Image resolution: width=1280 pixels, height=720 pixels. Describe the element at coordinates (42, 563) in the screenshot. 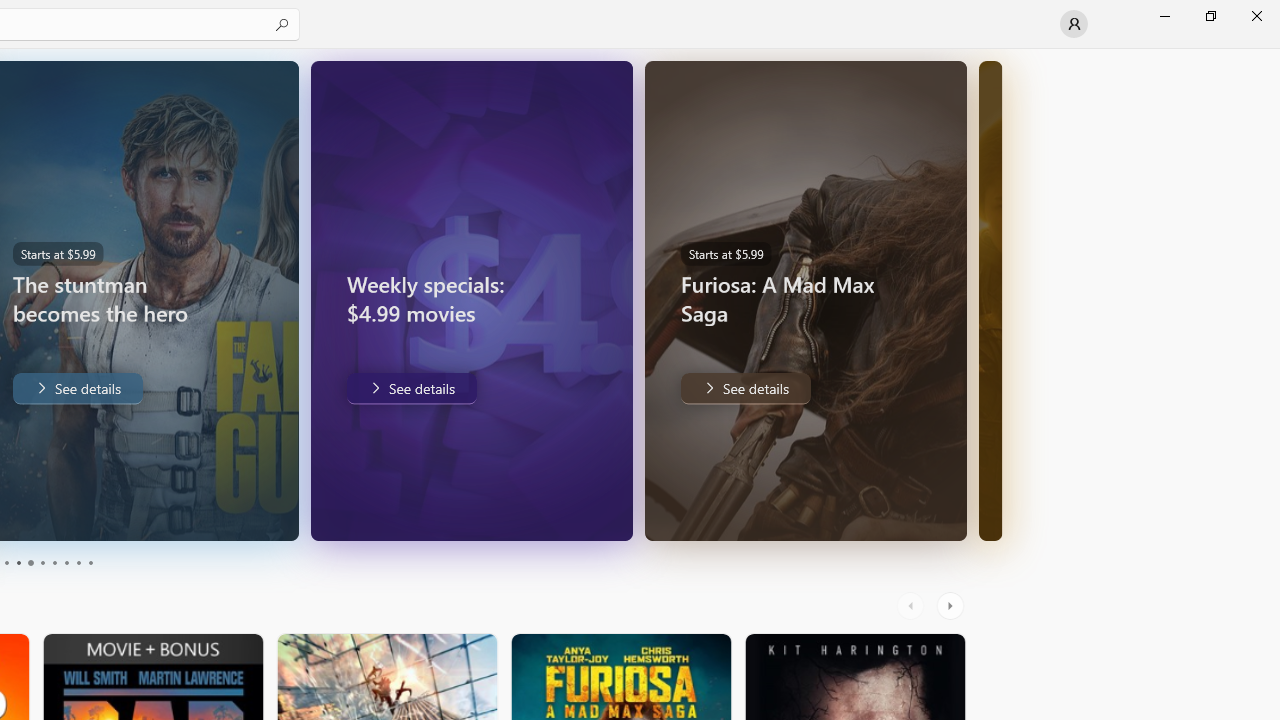

I see `'Page 6'` at that location.